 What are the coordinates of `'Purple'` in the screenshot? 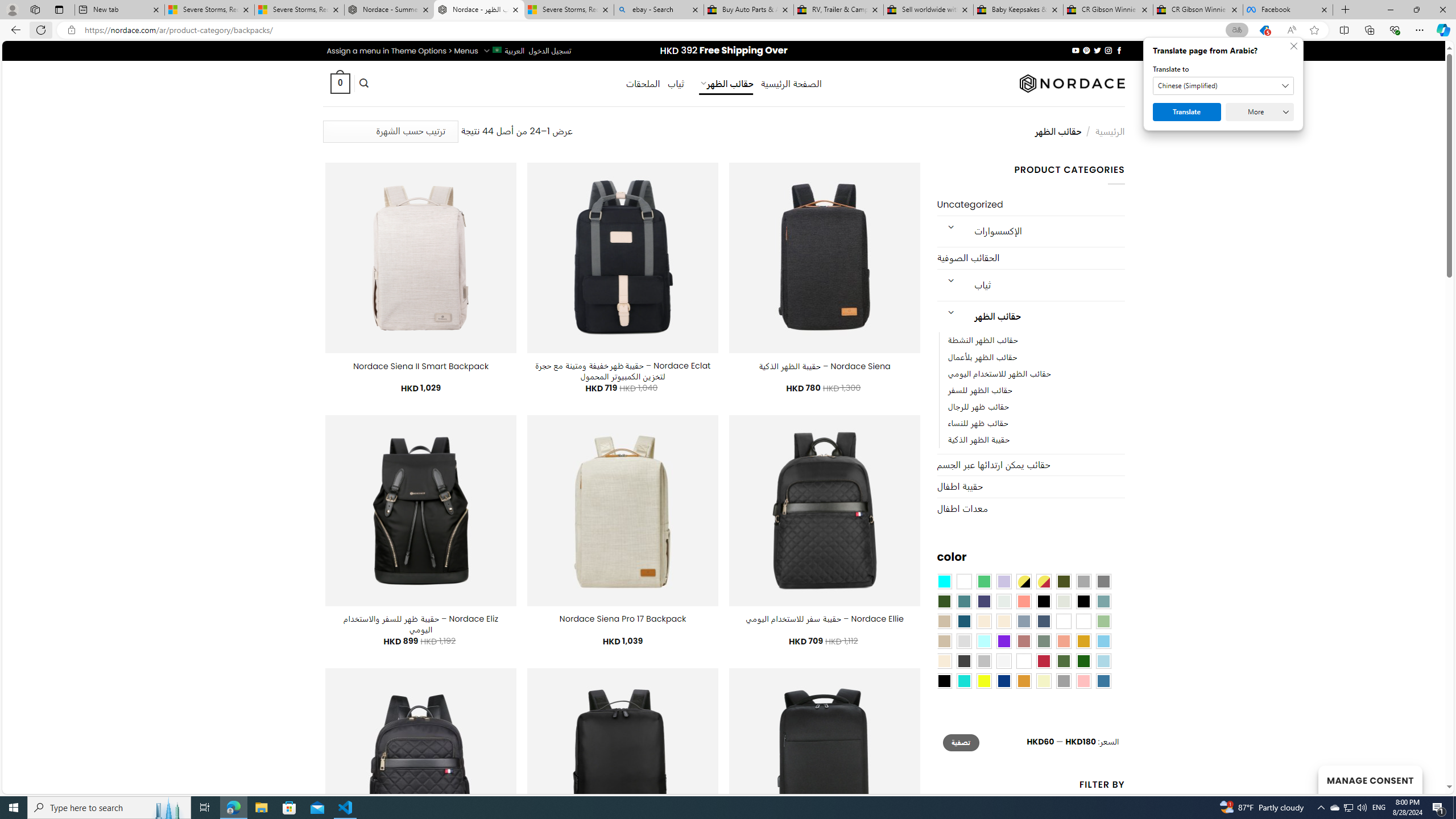 It's located at (1004, 640).